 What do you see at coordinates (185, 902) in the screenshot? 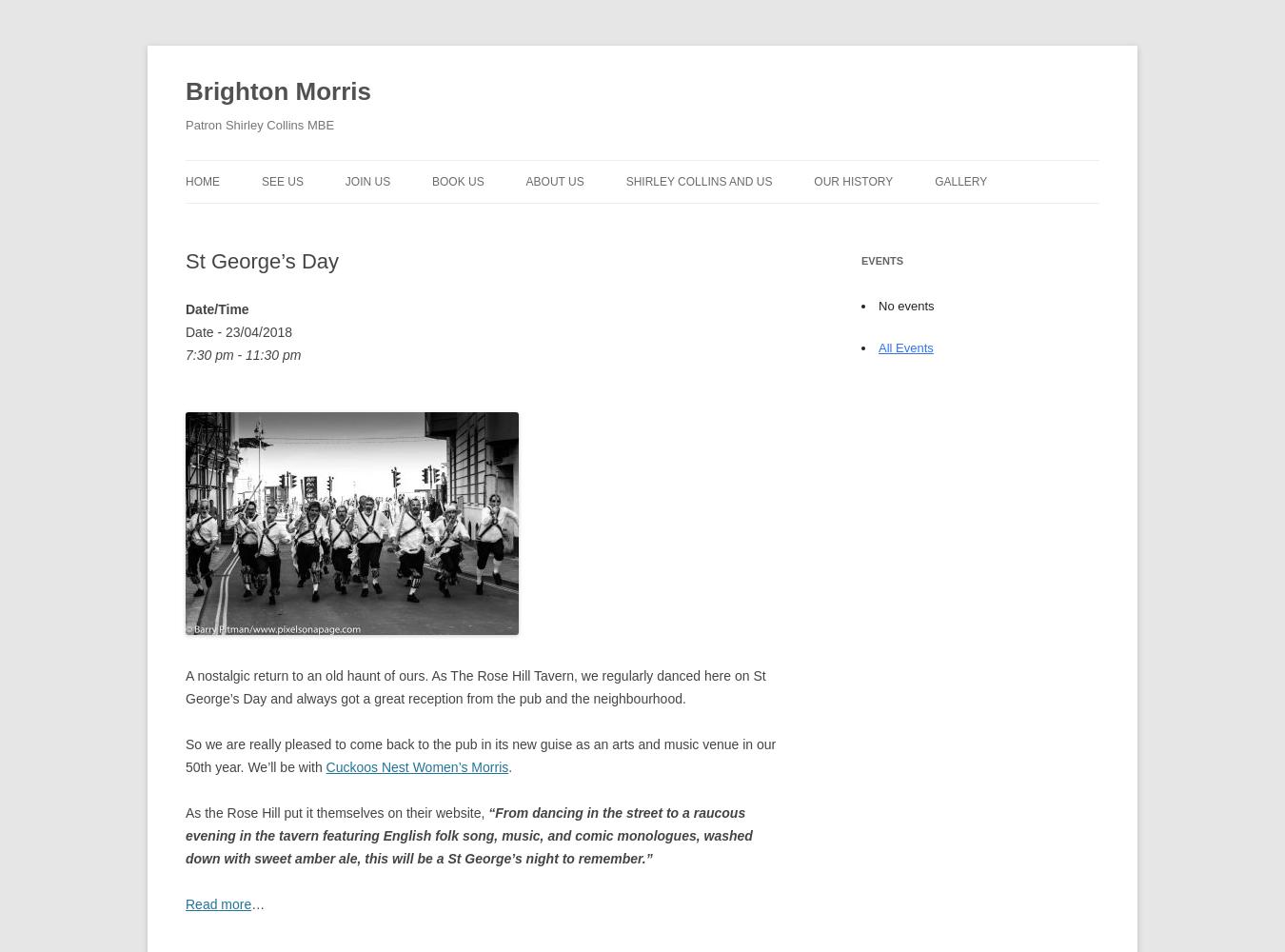
I see `'Read more'` at bounding box center [185, 902].